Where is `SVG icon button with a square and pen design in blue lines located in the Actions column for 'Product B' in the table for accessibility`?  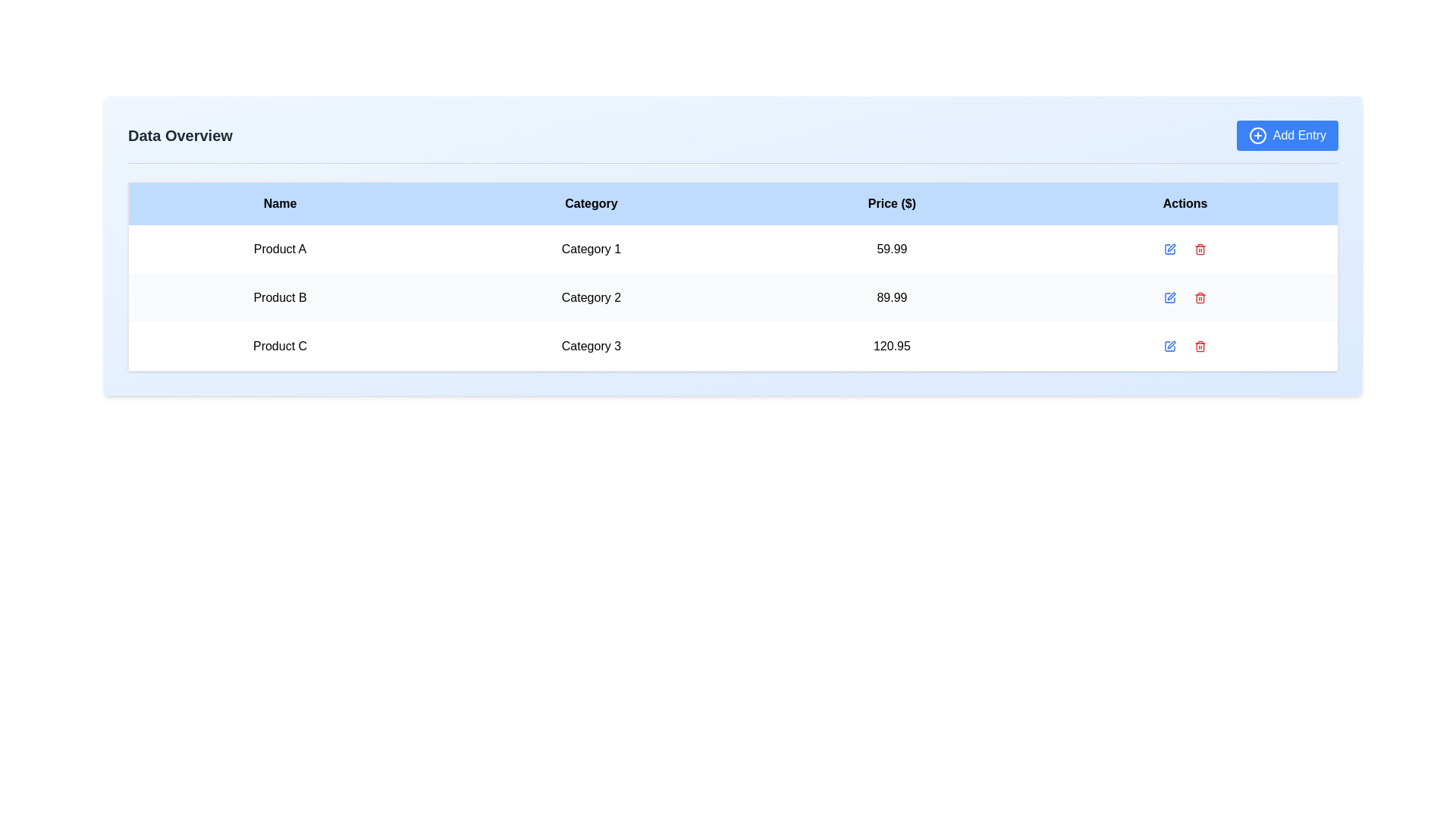 SVG icon button with a square and pen design in blue lines located in the Actions column for 'Product B' in the table for accessibility is located at coordinates (1169, 298).